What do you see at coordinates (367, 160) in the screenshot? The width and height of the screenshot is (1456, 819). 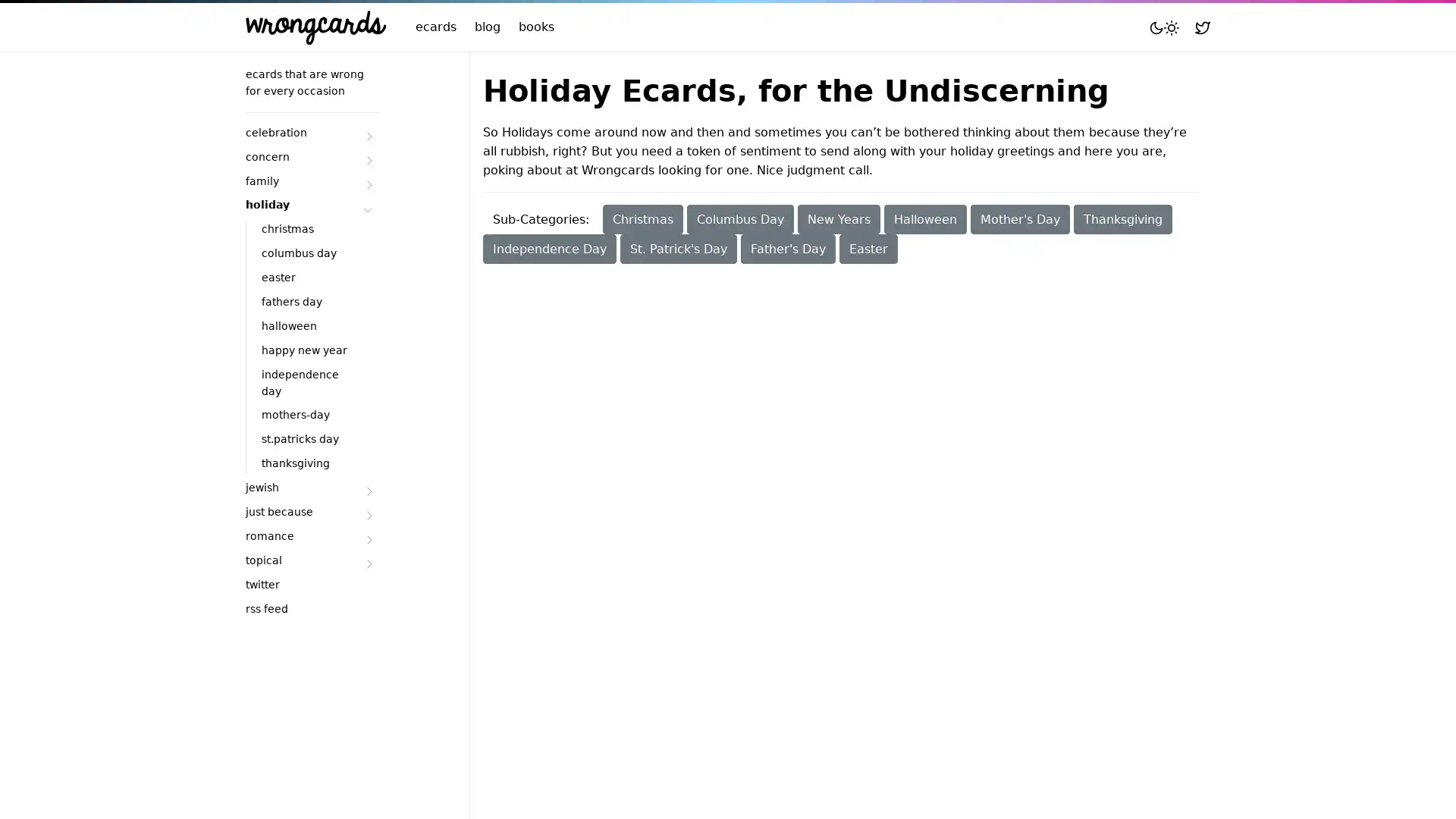 I see `Submenu` at bounding box center [367, 160].